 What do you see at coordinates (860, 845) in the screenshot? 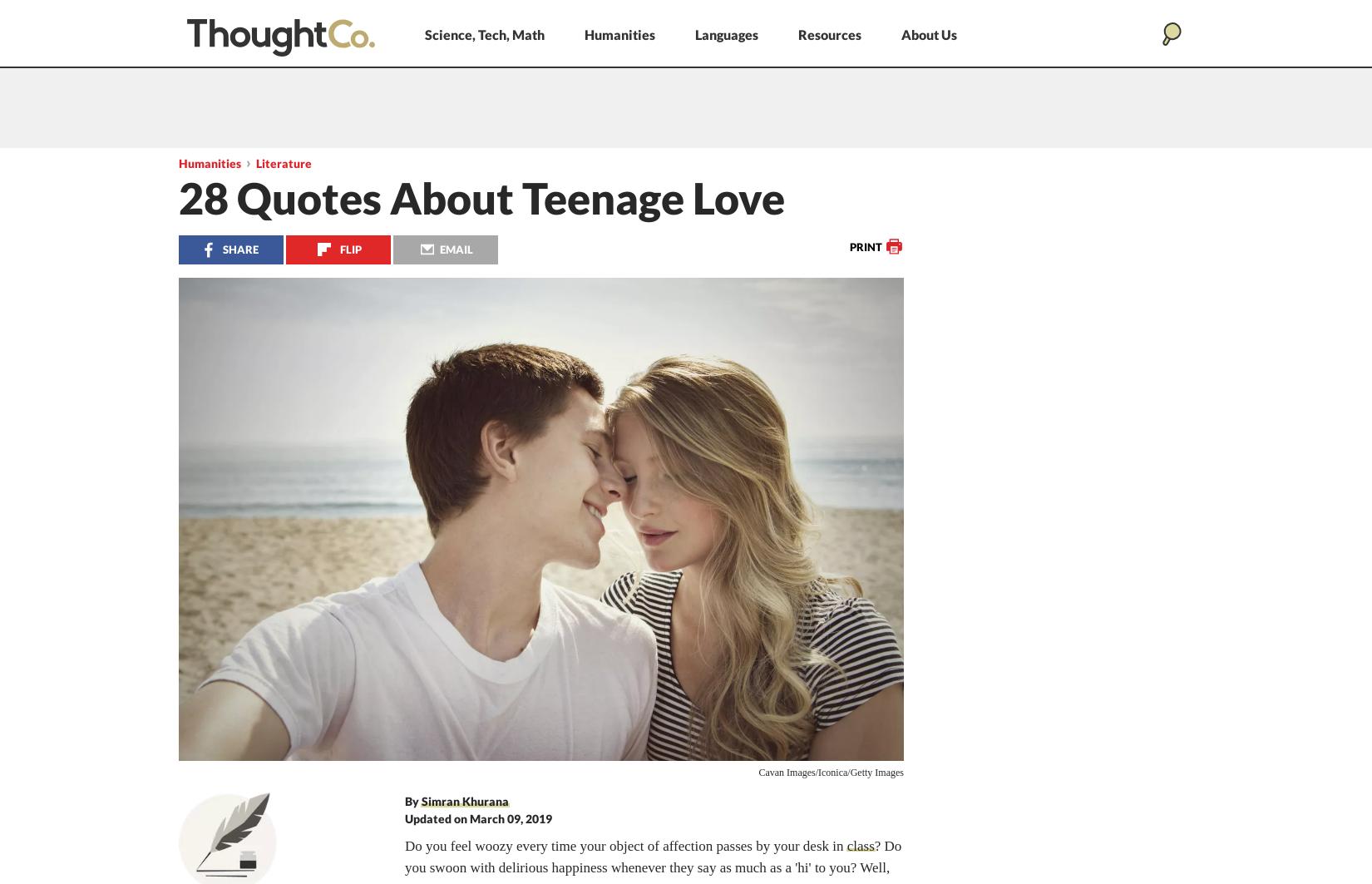
I see `'class'` at bounding box center [860, 845].